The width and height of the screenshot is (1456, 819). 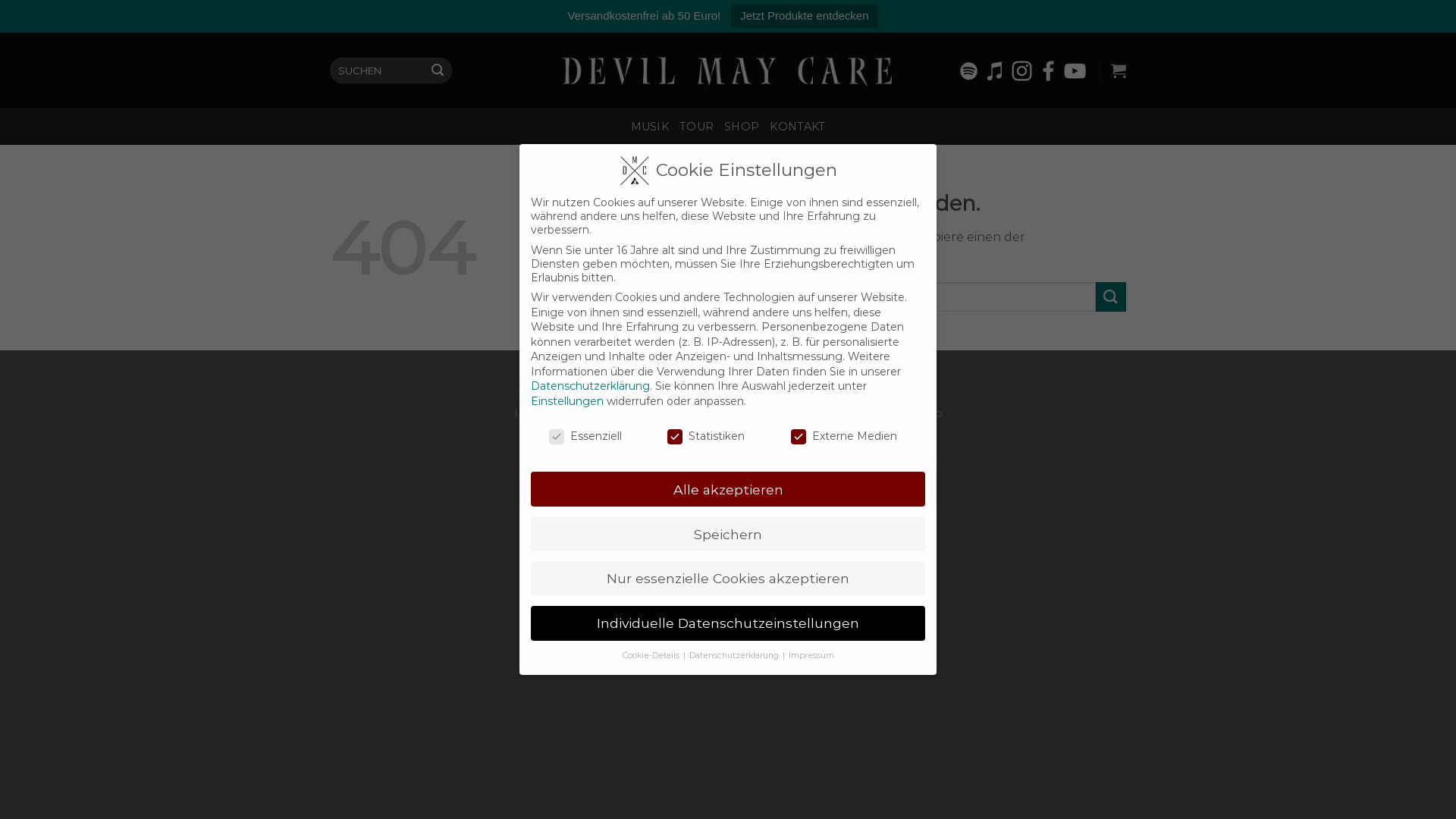 I want to click on 'Suche', so click(x=425, y=70).